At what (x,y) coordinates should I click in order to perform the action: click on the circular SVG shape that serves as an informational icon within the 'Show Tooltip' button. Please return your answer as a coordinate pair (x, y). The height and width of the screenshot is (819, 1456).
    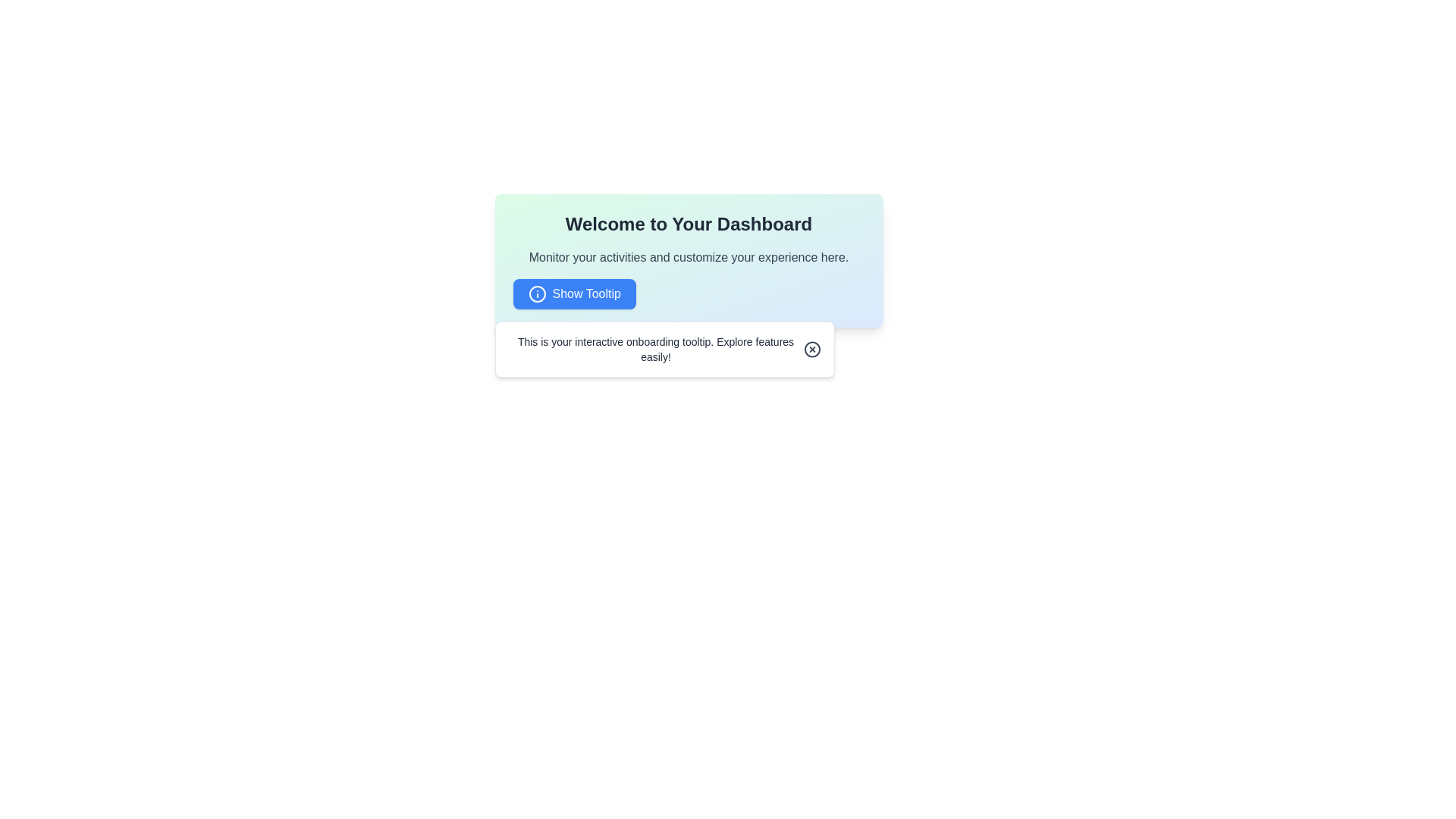
    Looking at the image, I should click on (537, 294).